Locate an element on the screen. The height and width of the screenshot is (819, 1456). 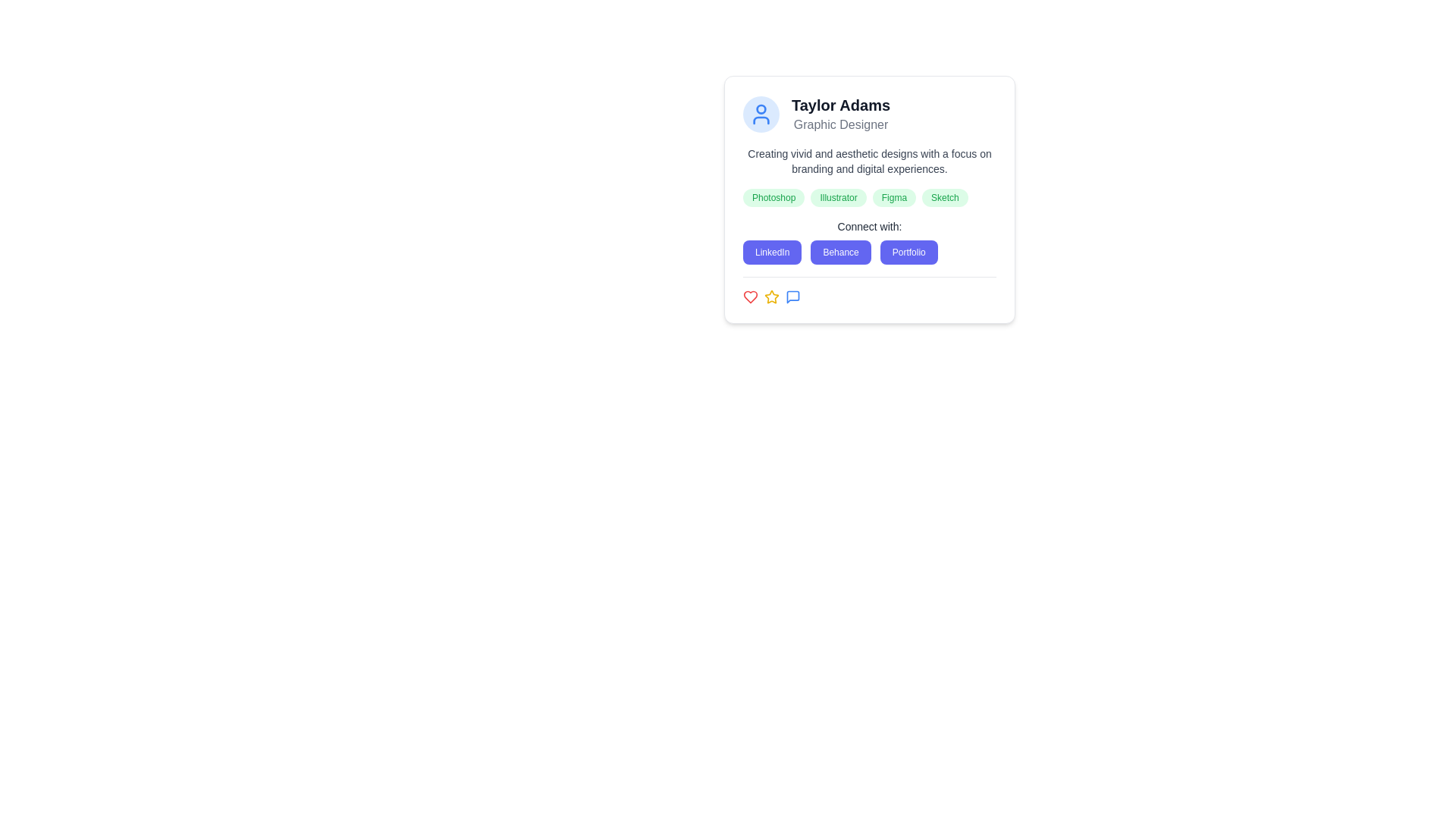
the label with the text 'Sketch', which has a green background and is styled with rounded edges, located to the right of the 'Figma' label is located at coordinates (944, 197).